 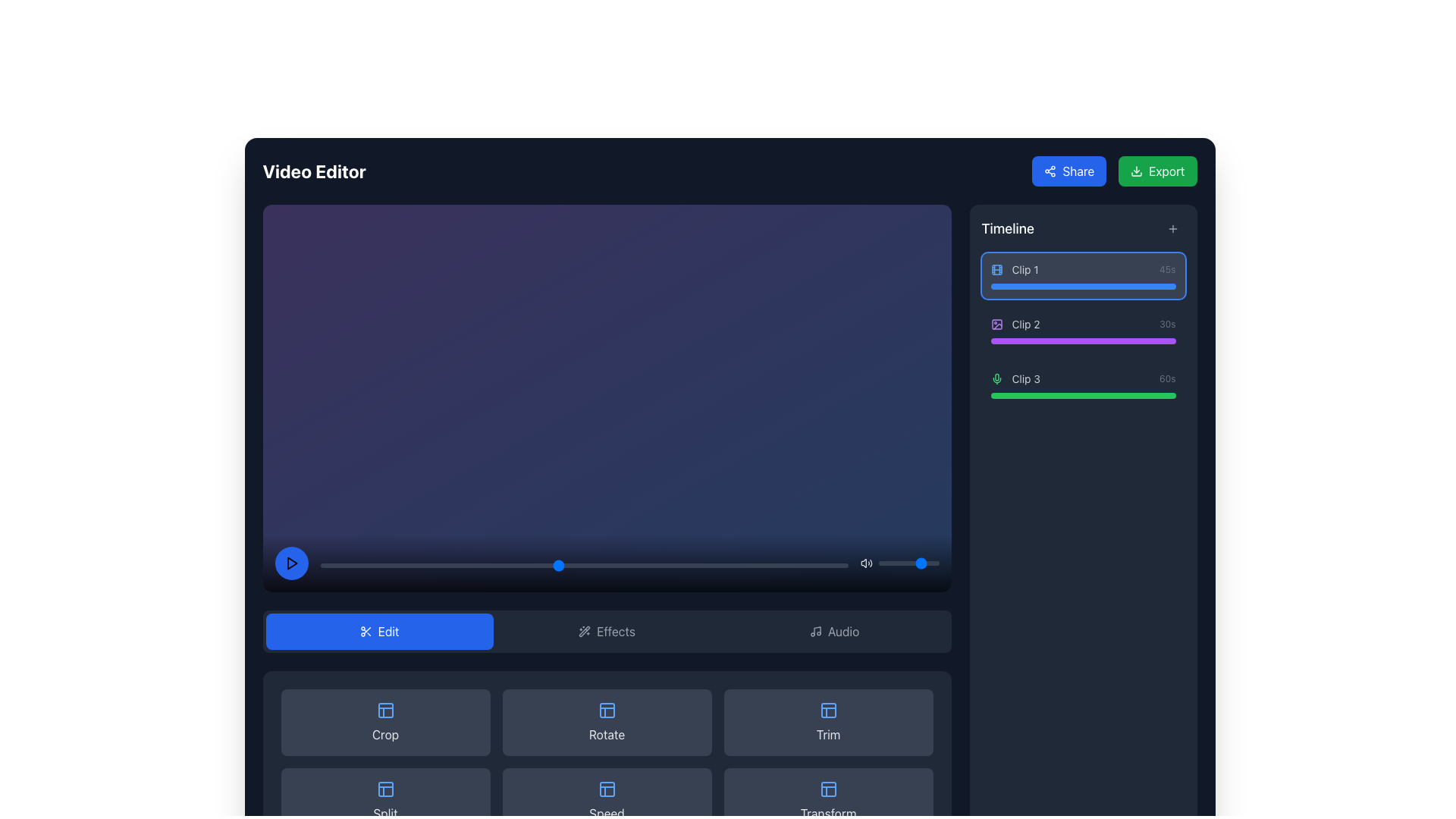 What do you see at coordinates (996, 376) in the screenshot?
I see `the top section of the microphone icon located in the timeline section adjacent to the label 'Clip 3'` at bounding box center [996, 376].